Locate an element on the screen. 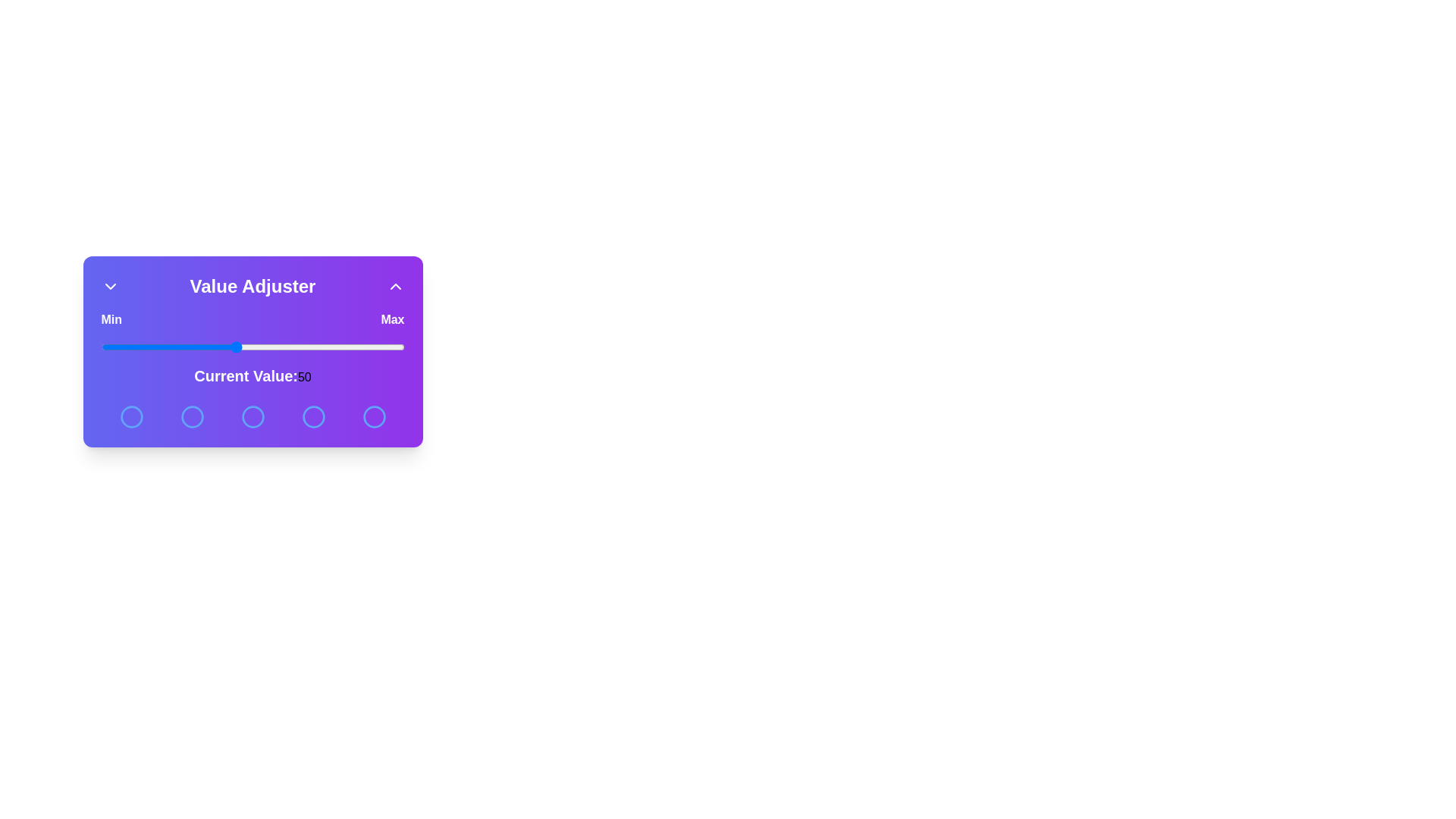 The height and width of the screenshot is (819, 1456). the slider to set the value to 94 is located at coordinates (384, 347).